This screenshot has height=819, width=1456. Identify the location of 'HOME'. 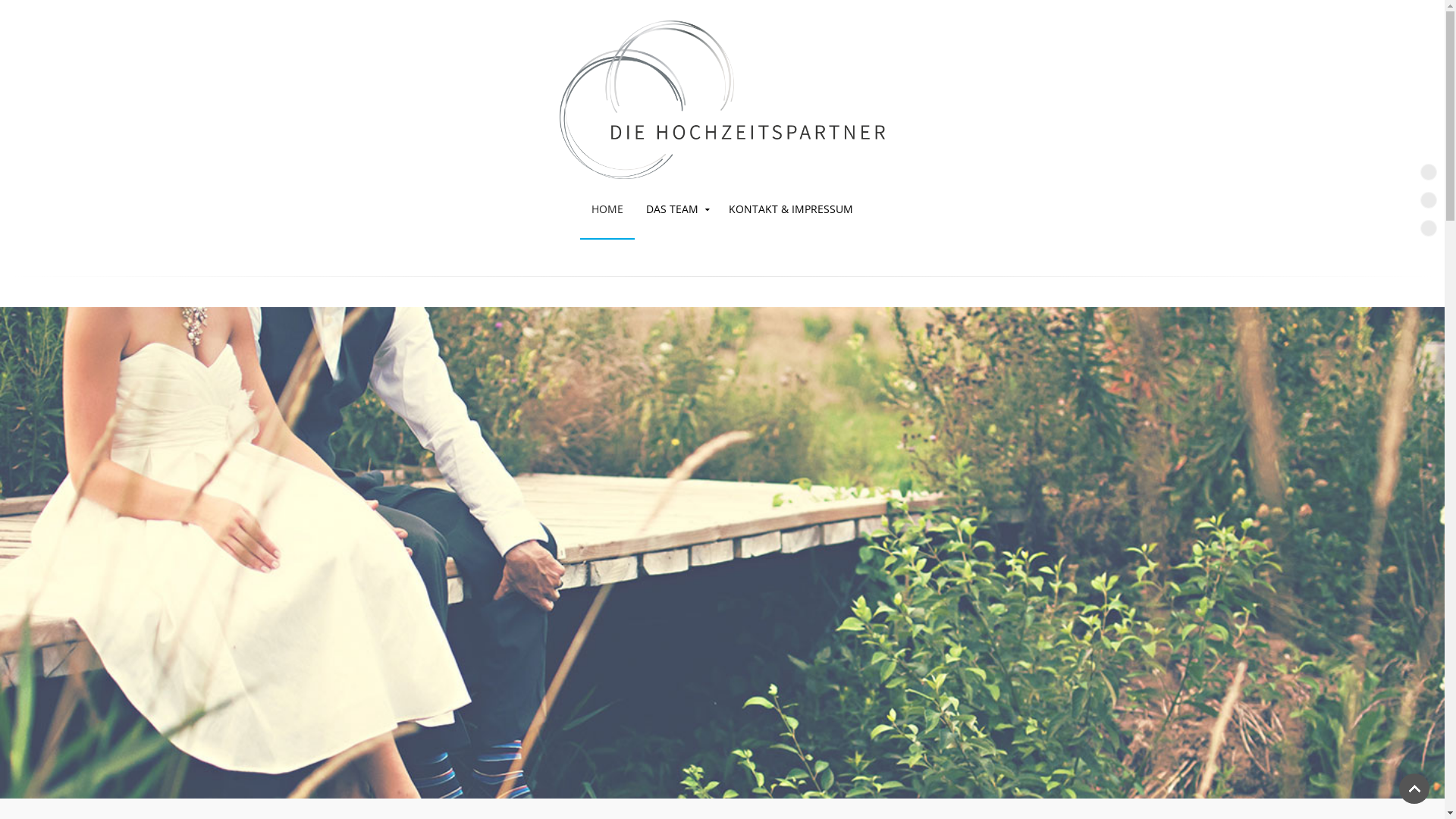
(607, 209).